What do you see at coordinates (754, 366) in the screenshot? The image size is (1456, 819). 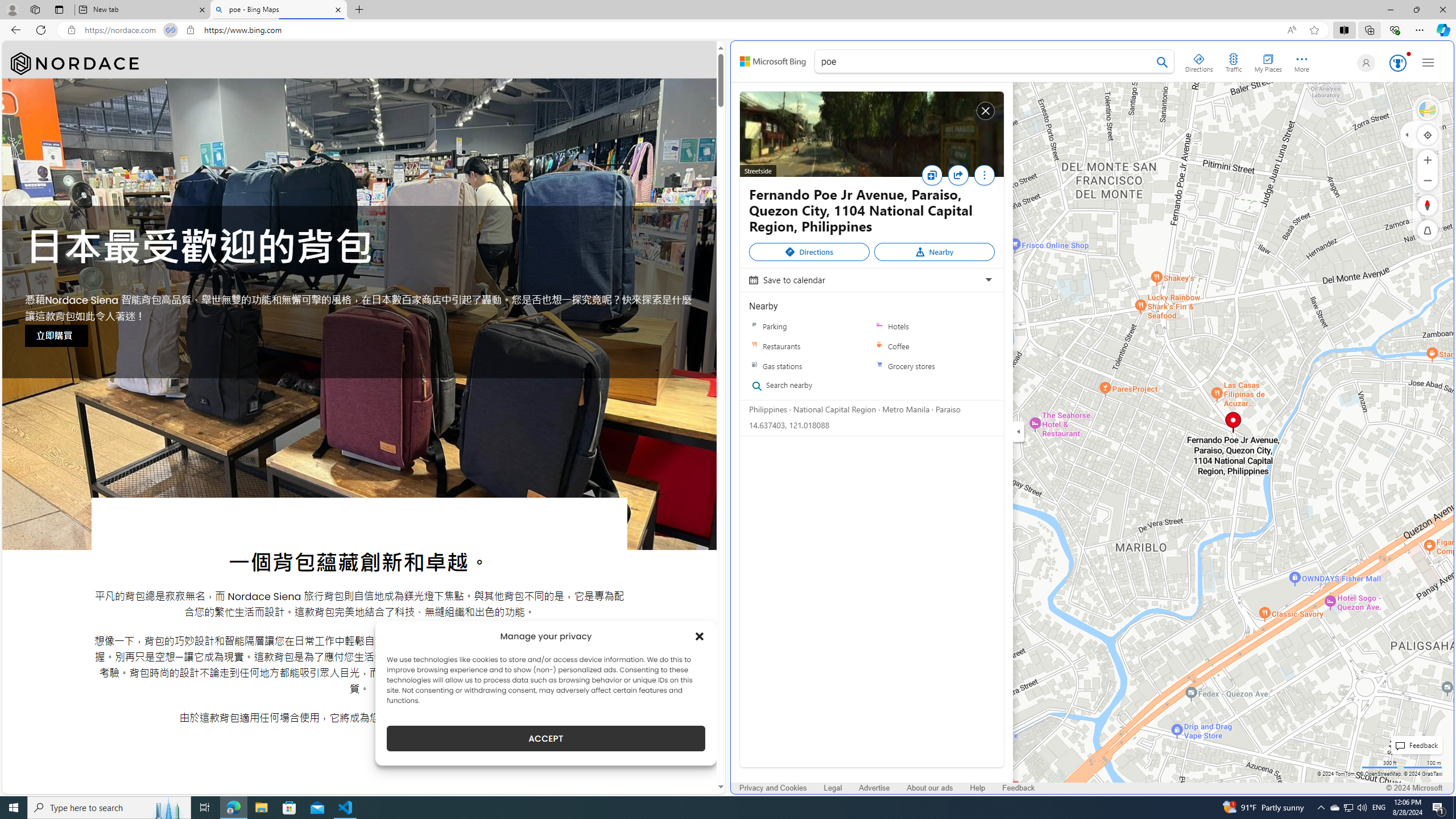 I see `'Gas stations'` at bounding box center [754, 366].